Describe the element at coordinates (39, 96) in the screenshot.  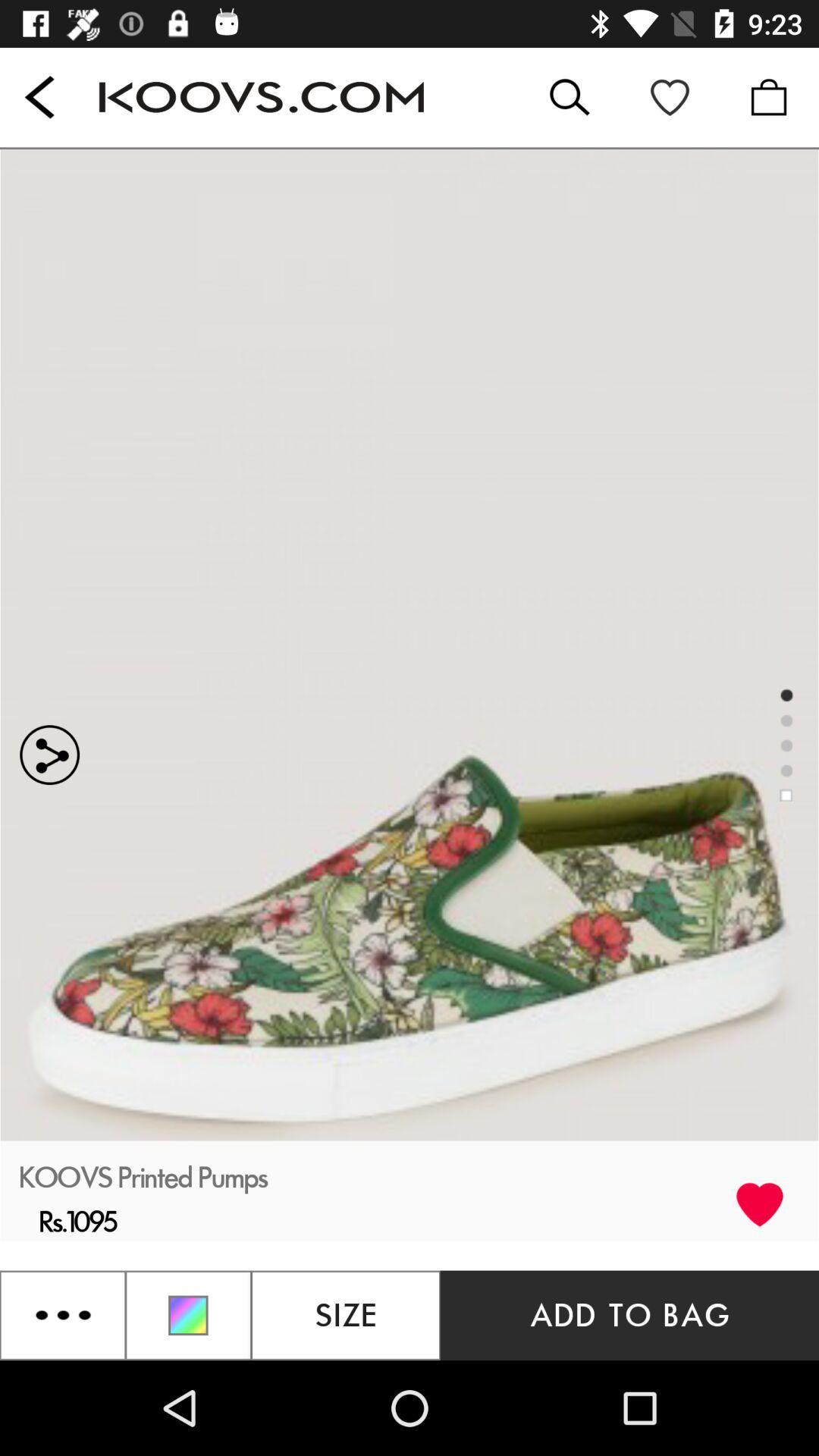
I see `the arrow_backward icon` at that location.